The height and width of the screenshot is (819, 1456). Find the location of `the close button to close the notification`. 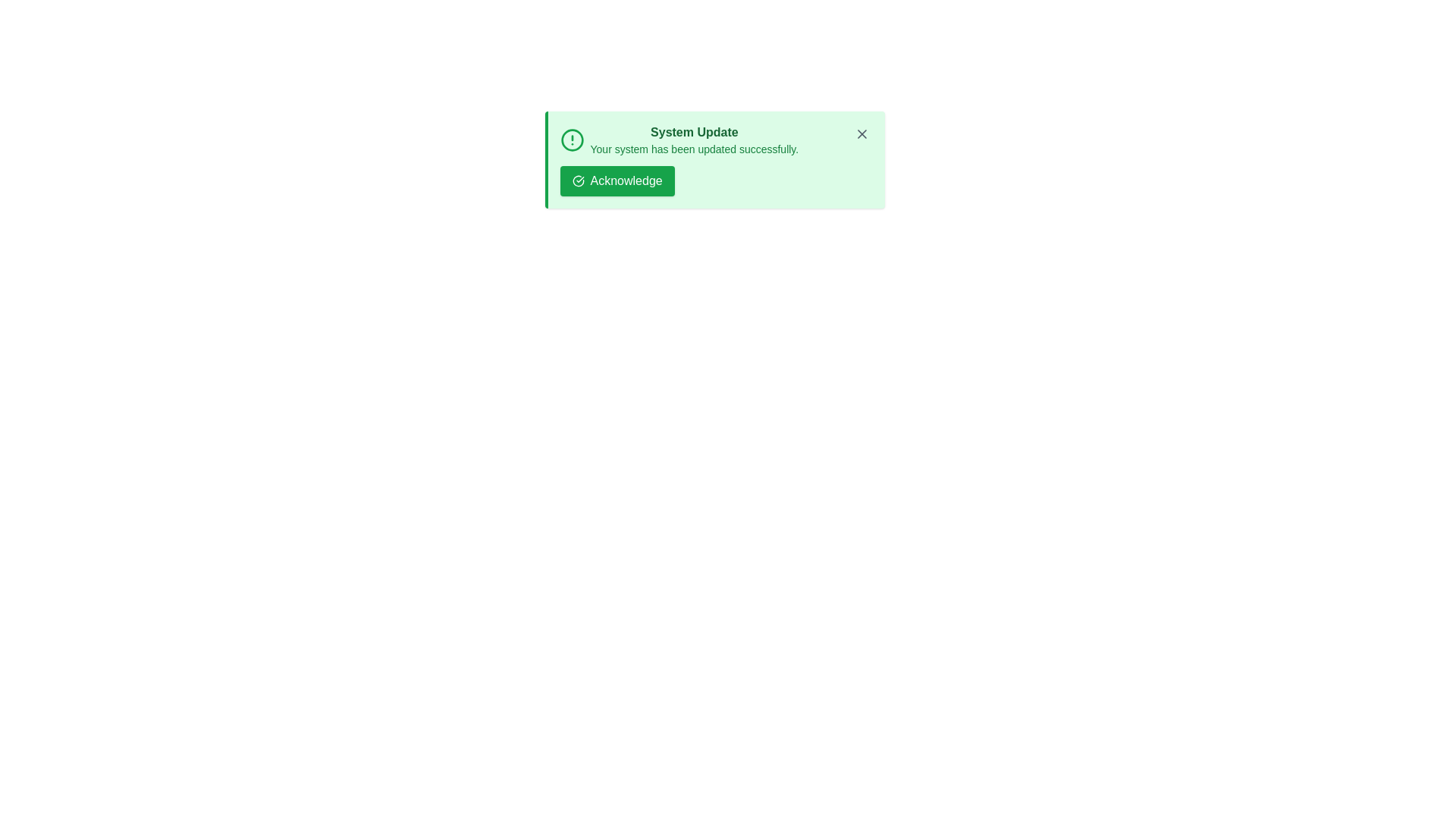

the close button to close the notification is located at coordinates (861, 133).